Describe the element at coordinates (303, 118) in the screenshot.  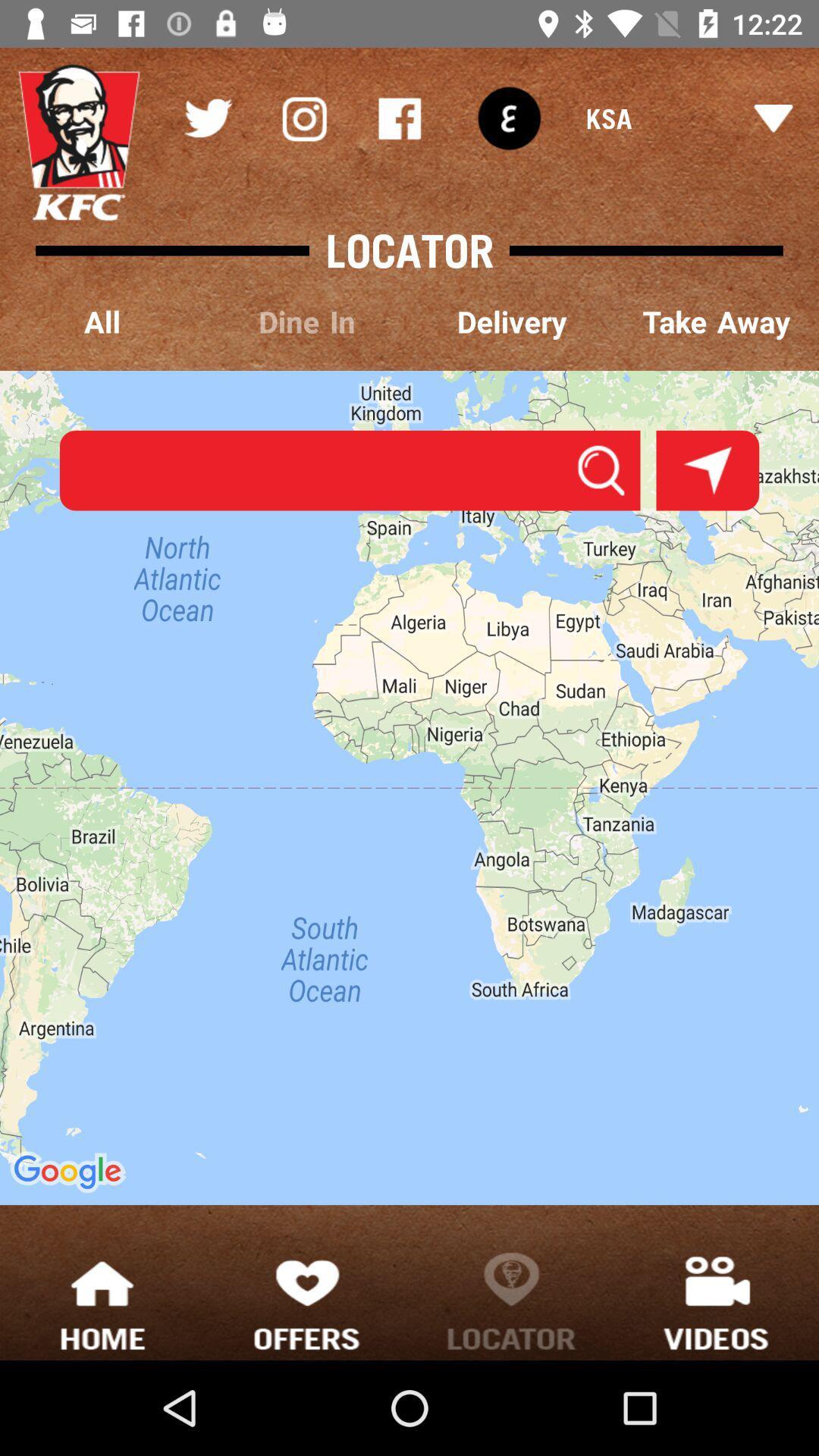
I see `the photo icon` at that location.